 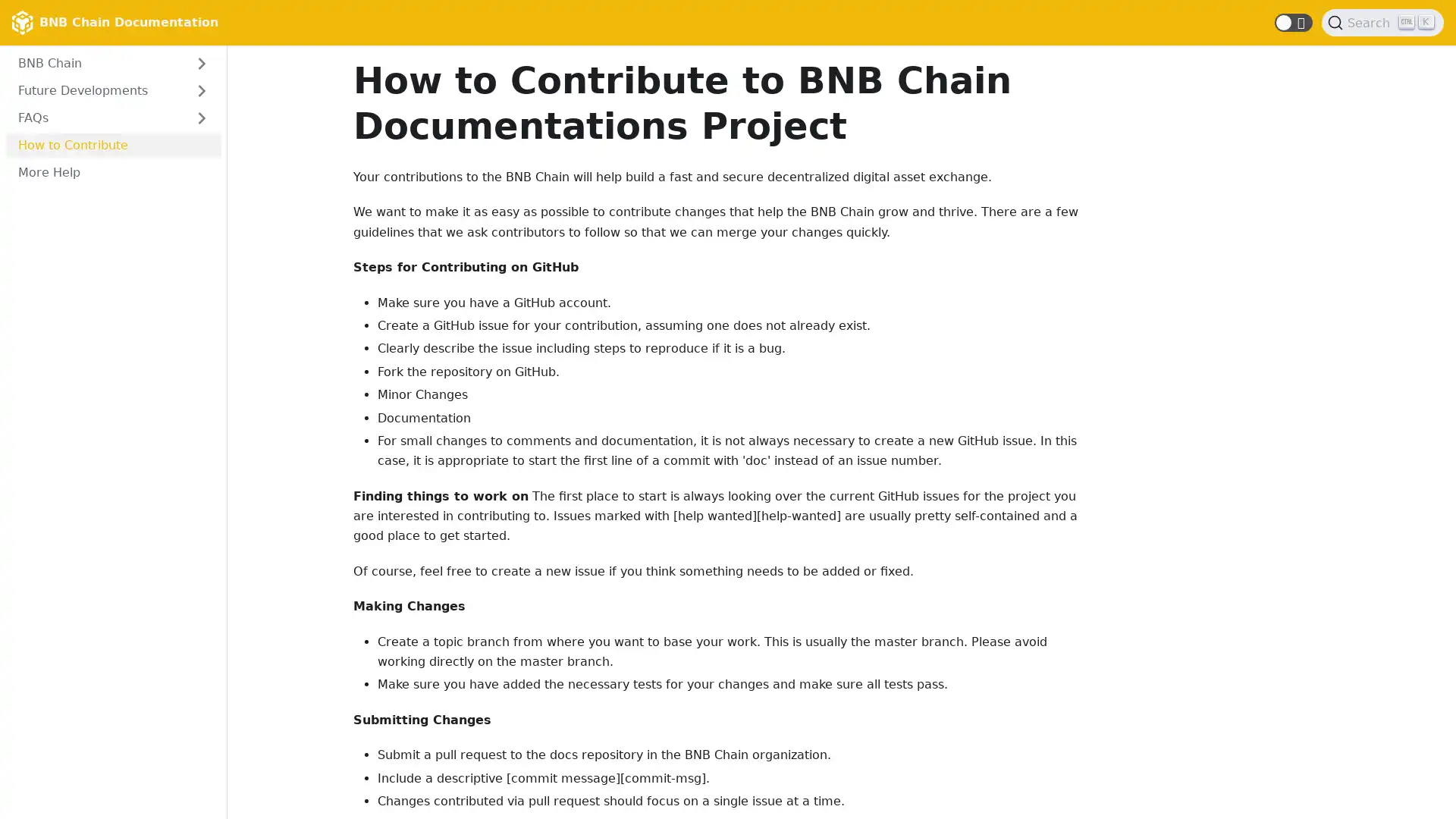 I want to click on Search, so click(x=1382, y=23).